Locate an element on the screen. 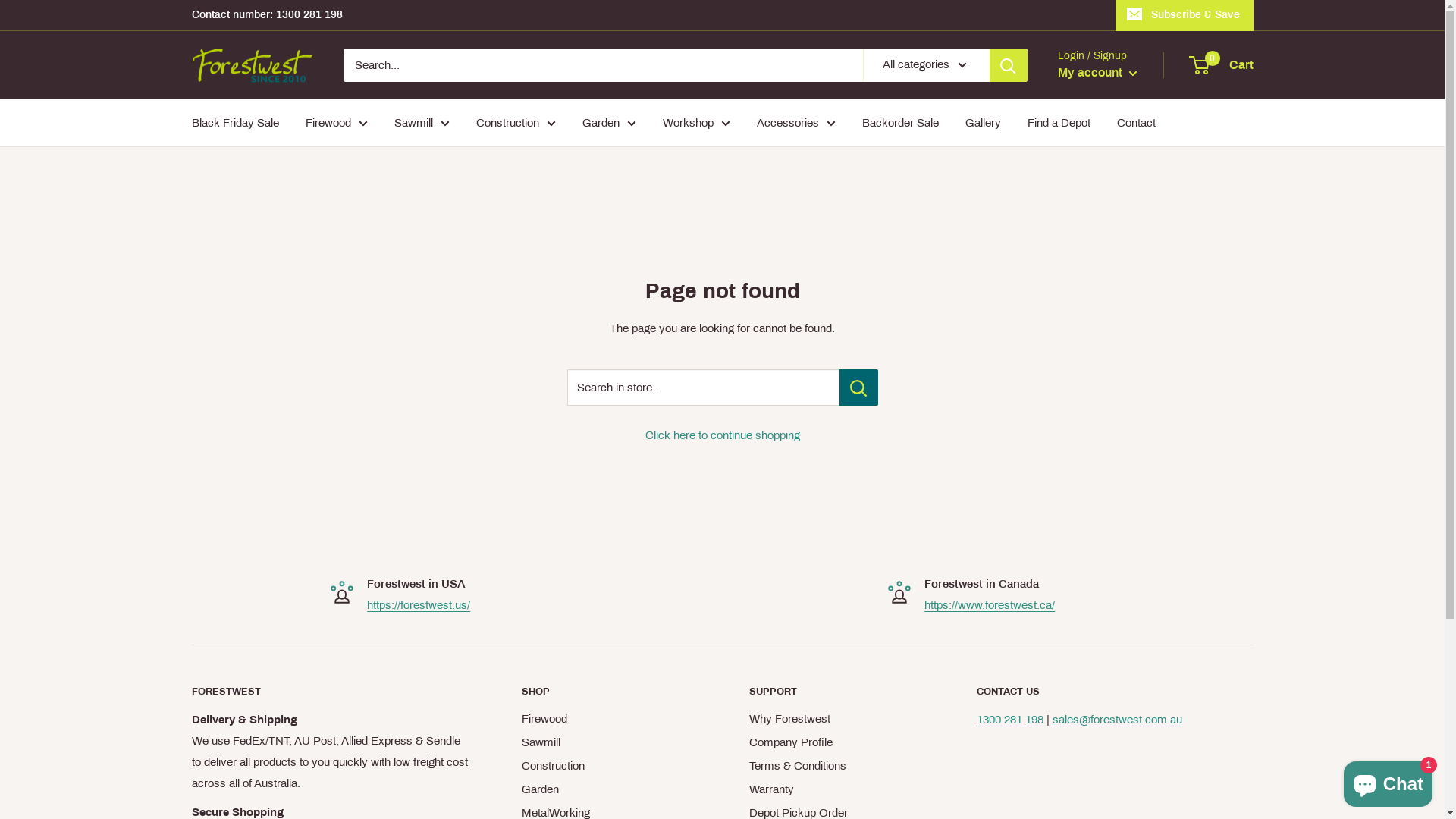 The image size is (1456, 819). 'My account' is located at coordinates (1097, 73).